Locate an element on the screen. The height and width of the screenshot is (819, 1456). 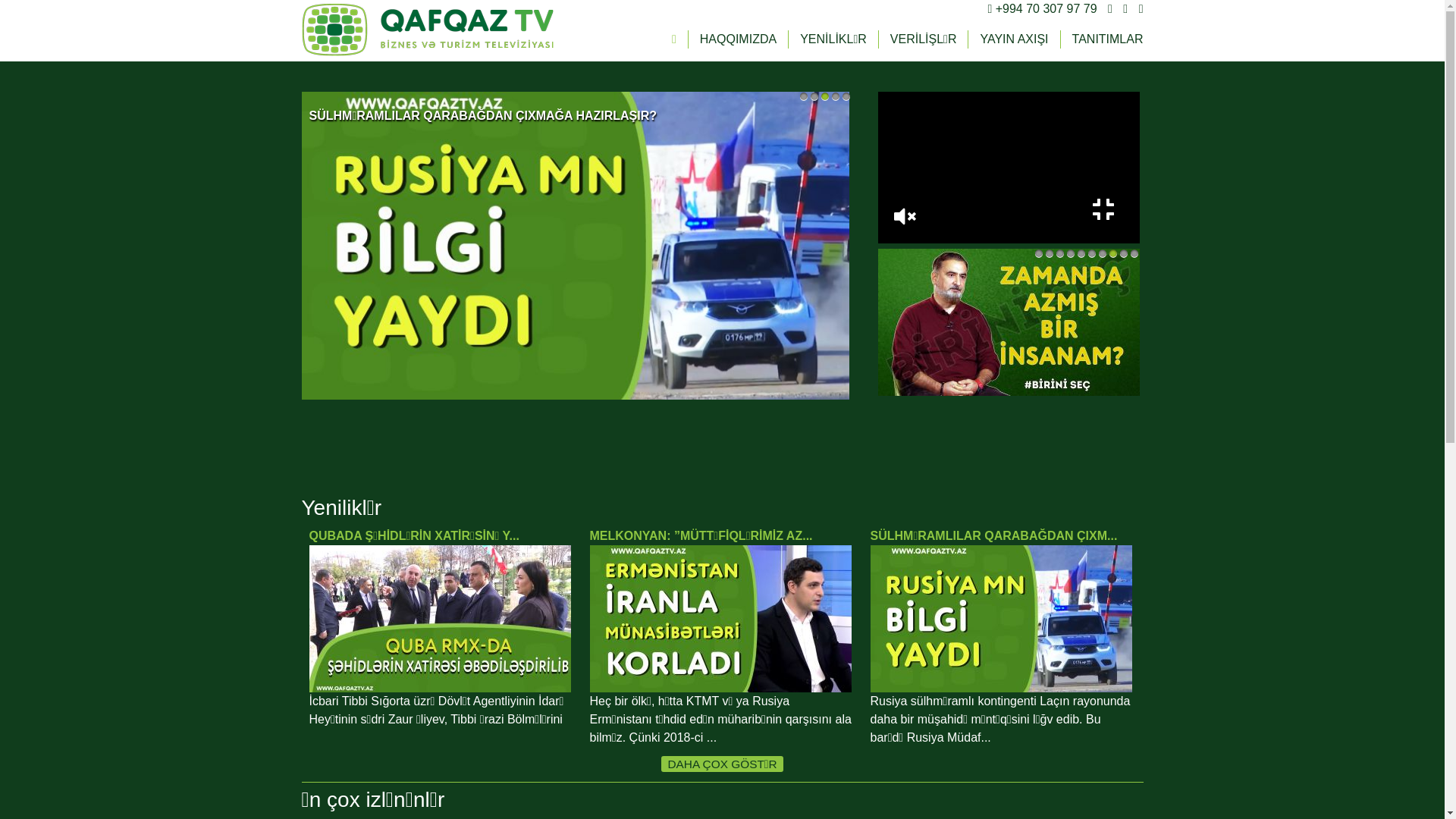
'2' is located at coordinates (809, 96).